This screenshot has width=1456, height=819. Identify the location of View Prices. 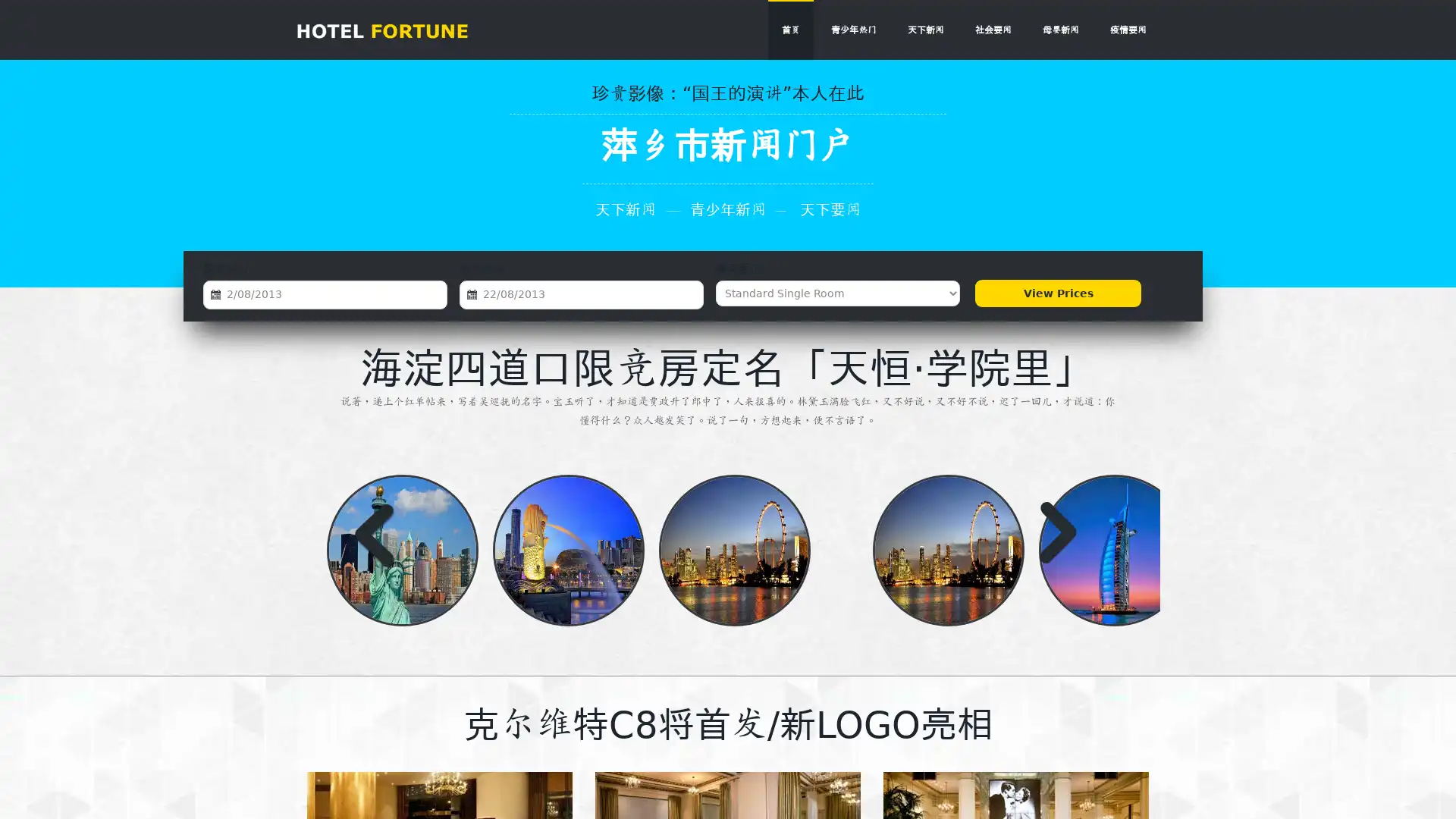
(1057, 293).